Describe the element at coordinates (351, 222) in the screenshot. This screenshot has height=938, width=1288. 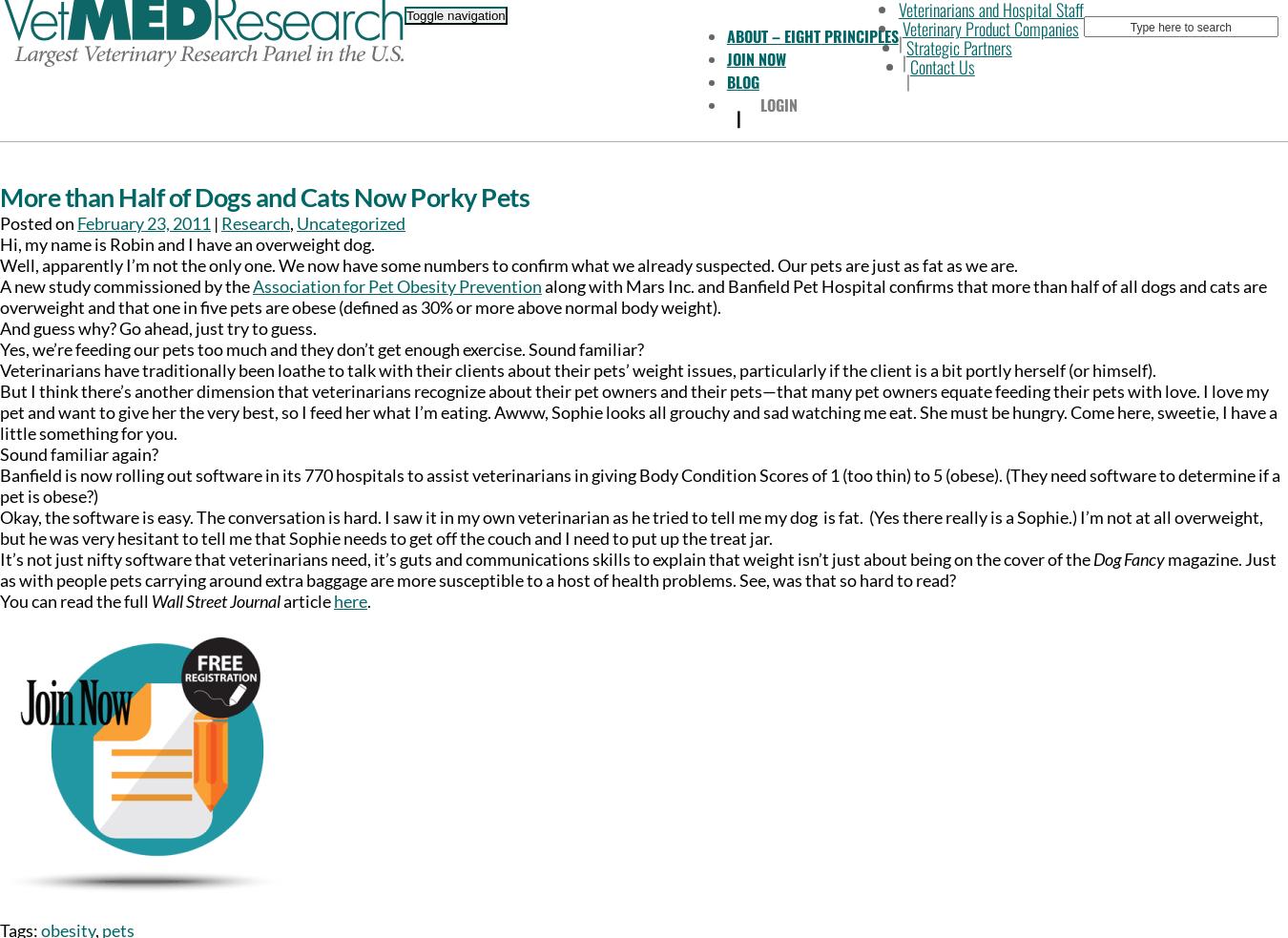
I see `'Uncategorized'` at that location.